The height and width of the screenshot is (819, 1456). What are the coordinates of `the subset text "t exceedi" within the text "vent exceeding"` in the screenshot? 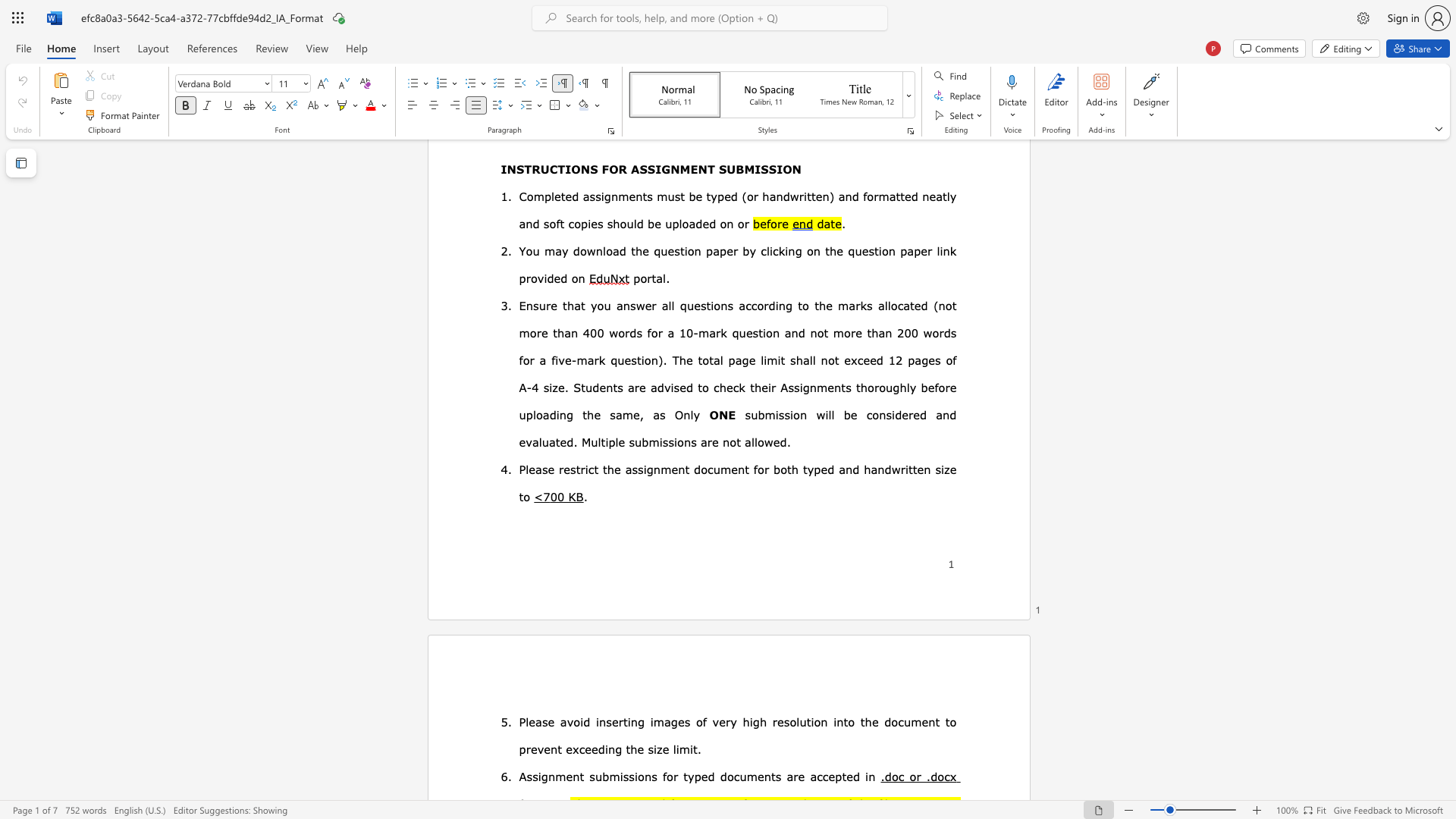 It's located at (557, 748).